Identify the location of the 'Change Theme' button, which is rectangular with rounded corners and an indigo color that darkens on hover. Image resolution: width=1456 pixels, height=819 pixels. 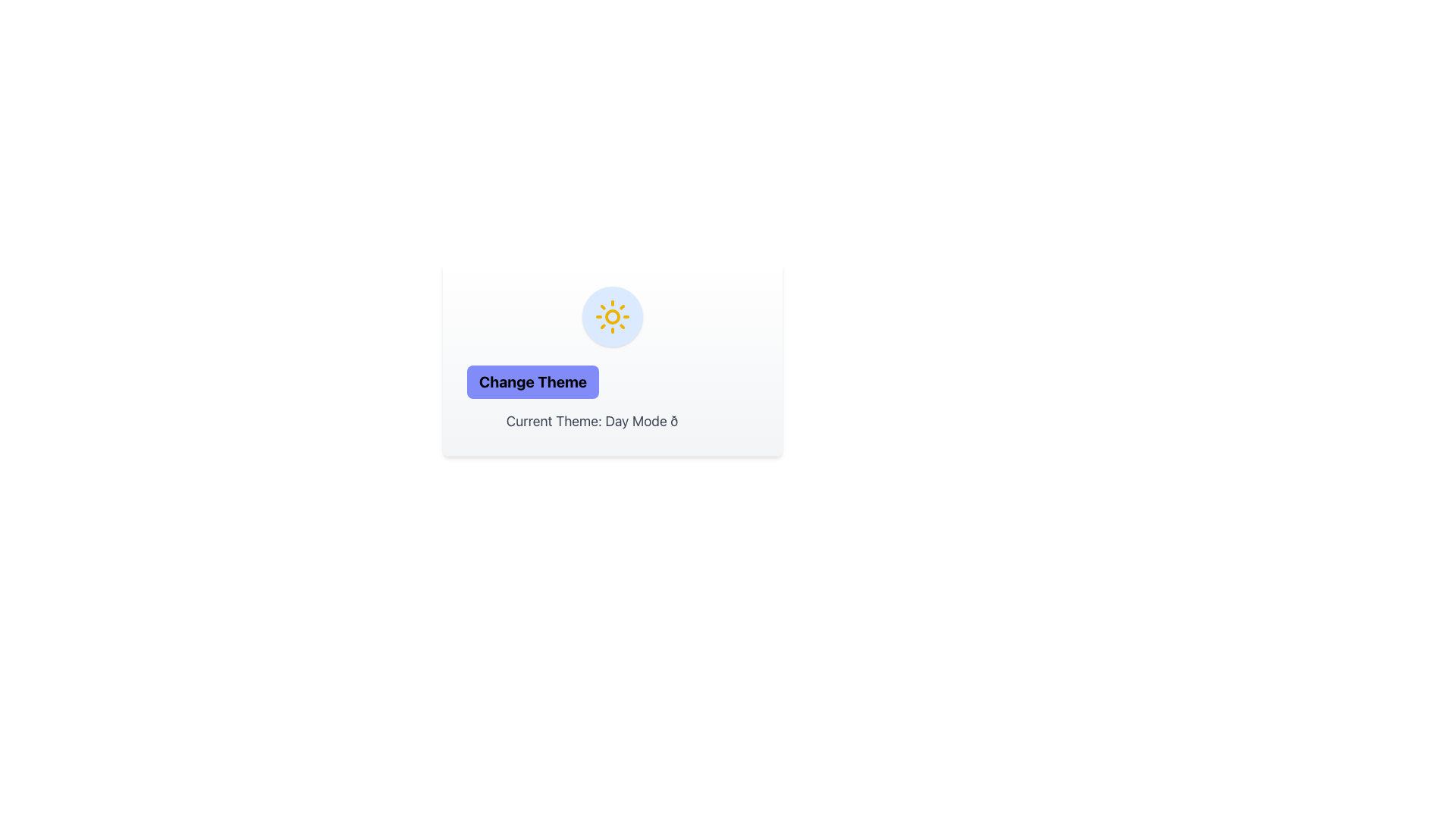
(533, 381).